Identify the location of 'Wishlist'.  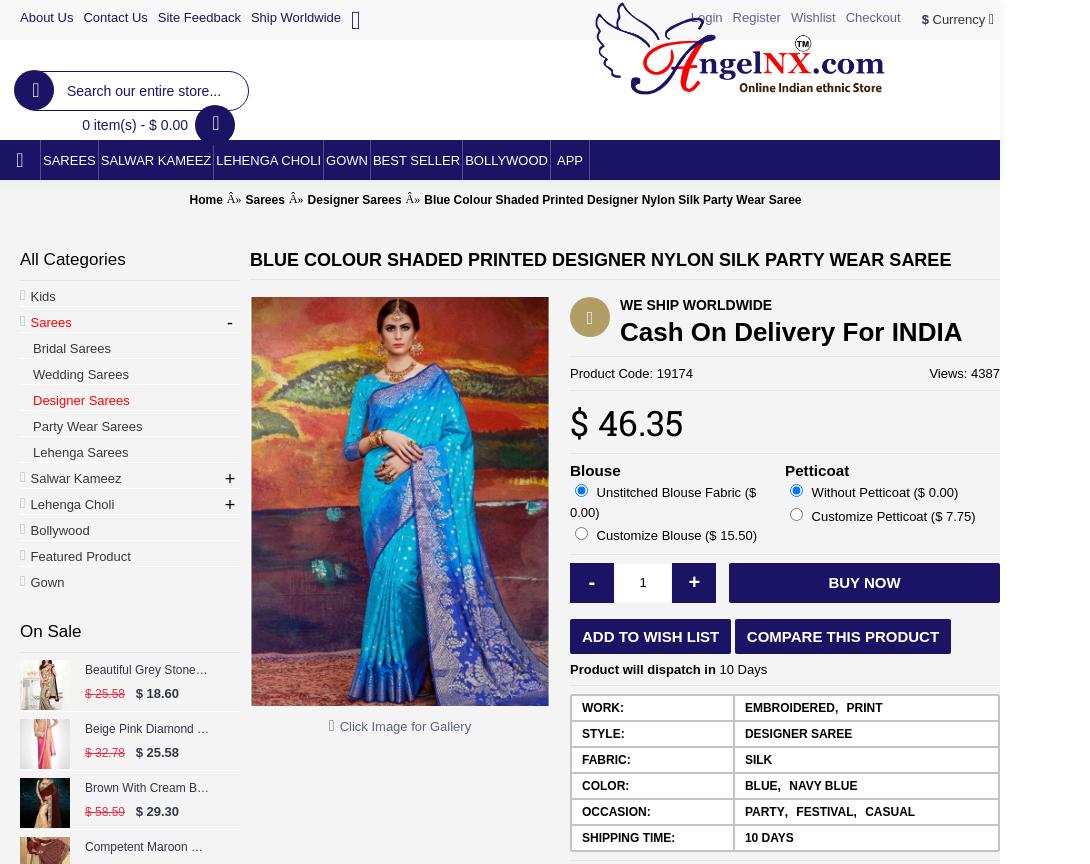
(812, 16).